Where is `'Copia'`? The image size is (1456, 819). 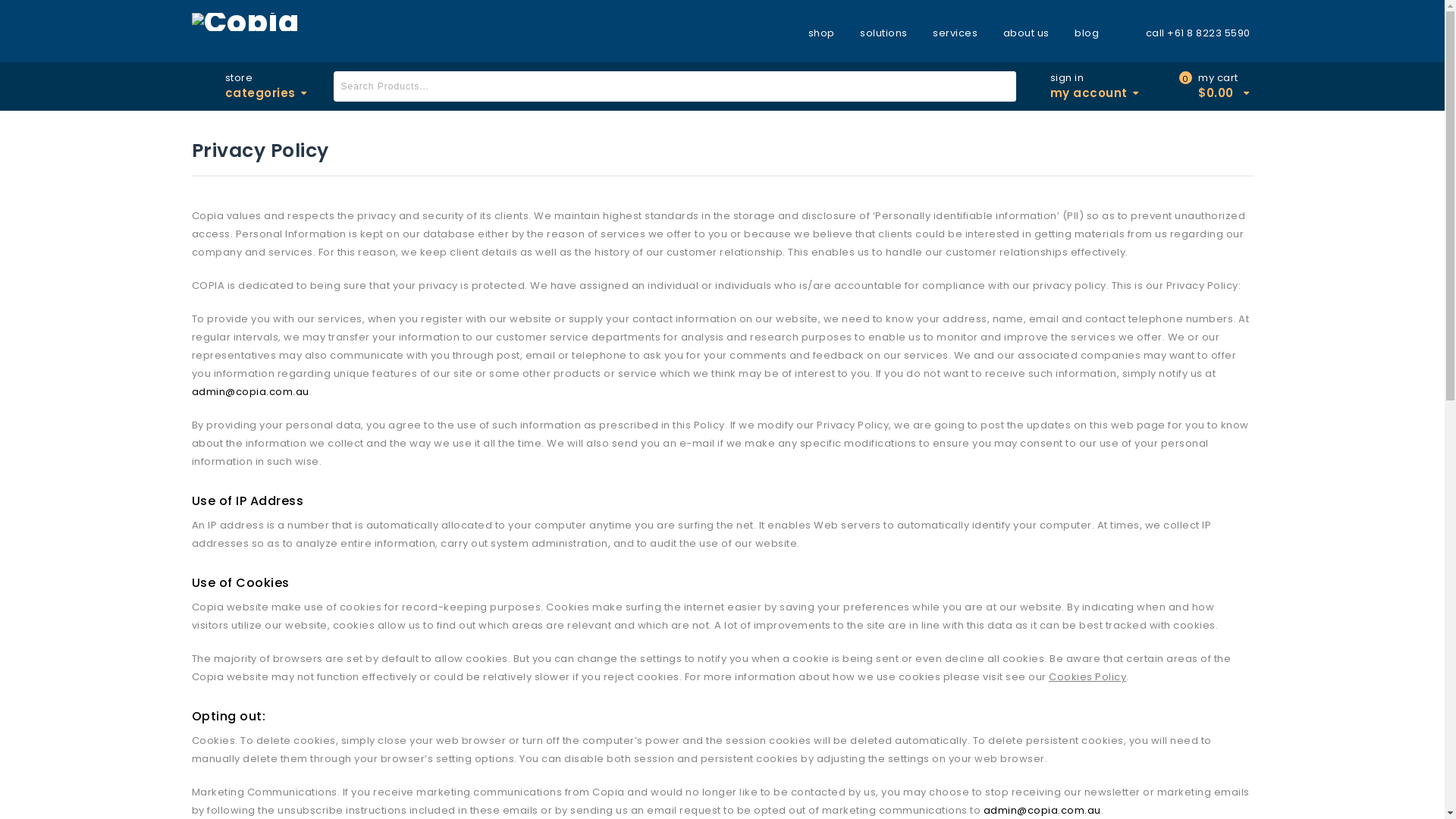 'Copia' is located at coordinates (244, 20).